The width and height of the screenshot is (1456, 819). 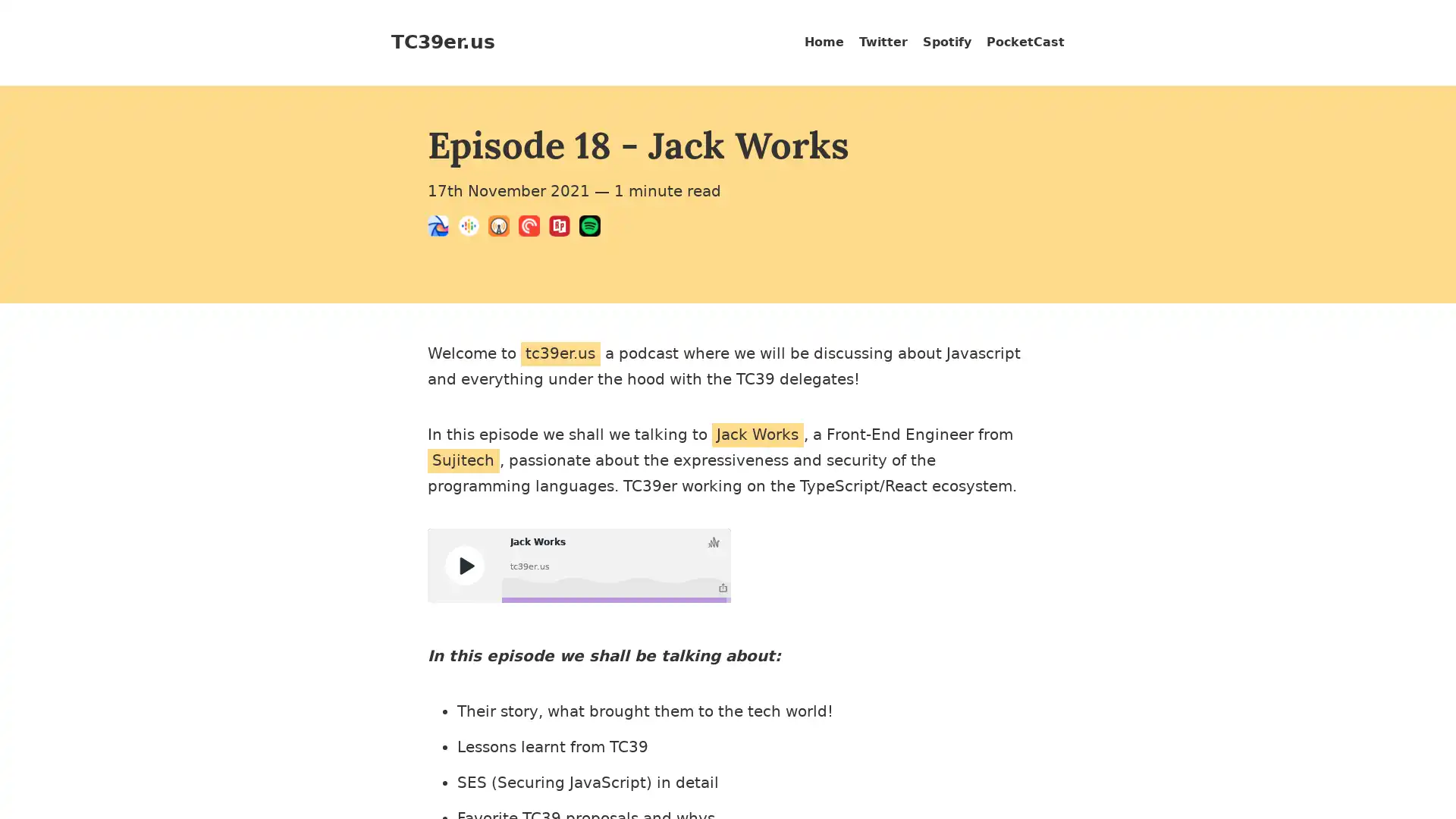 What do you see at coordinates (503, 228) in the screenshot?
I see `Overcast Logo` at bounding box center [503, 228].